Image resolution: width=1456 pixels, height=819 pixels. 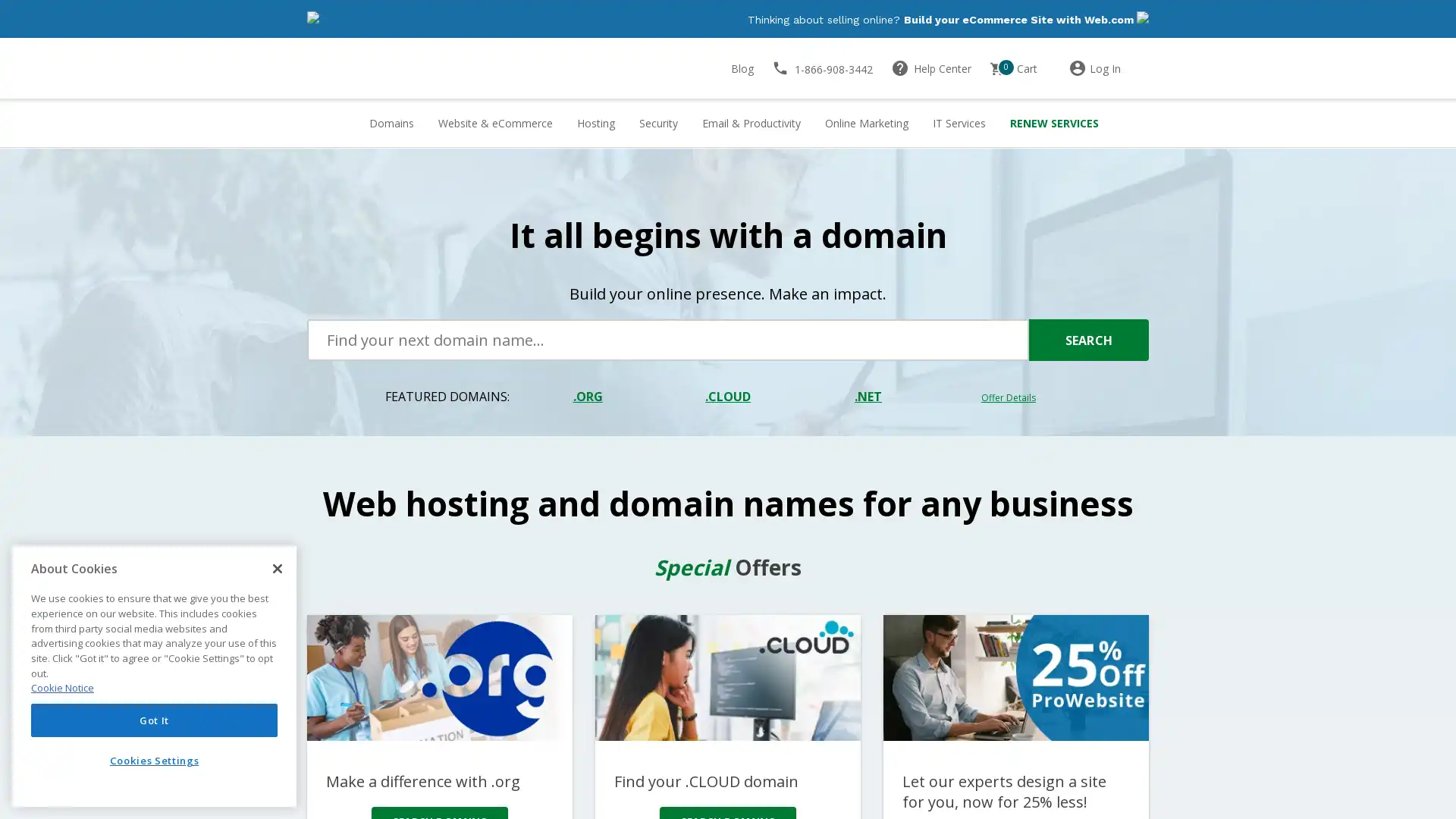 I want to click on Got It, so click(x=154, y=719).